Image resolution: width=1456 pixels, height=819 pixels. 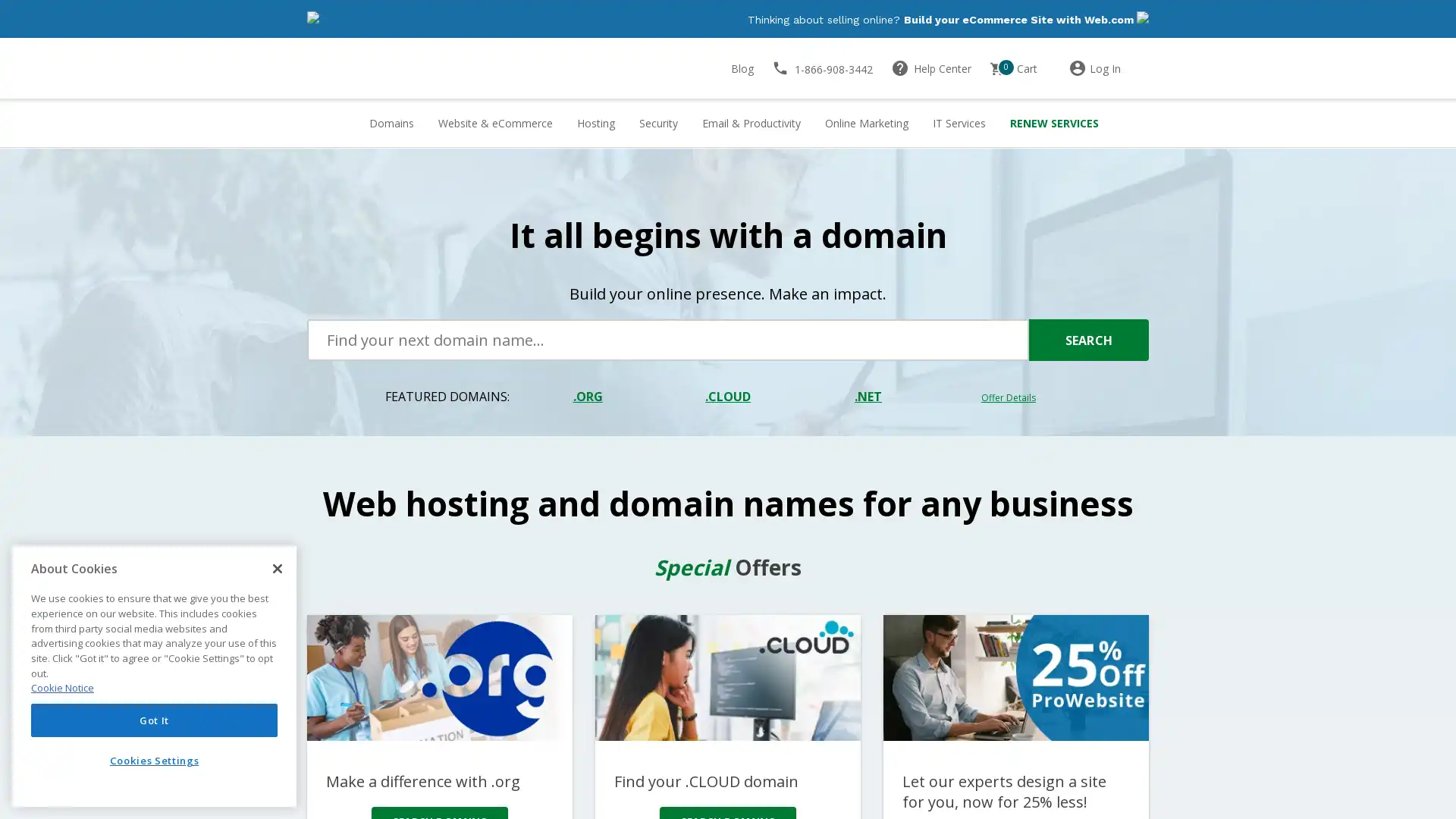 I want to click on Got It, so click(x=154, y=719).